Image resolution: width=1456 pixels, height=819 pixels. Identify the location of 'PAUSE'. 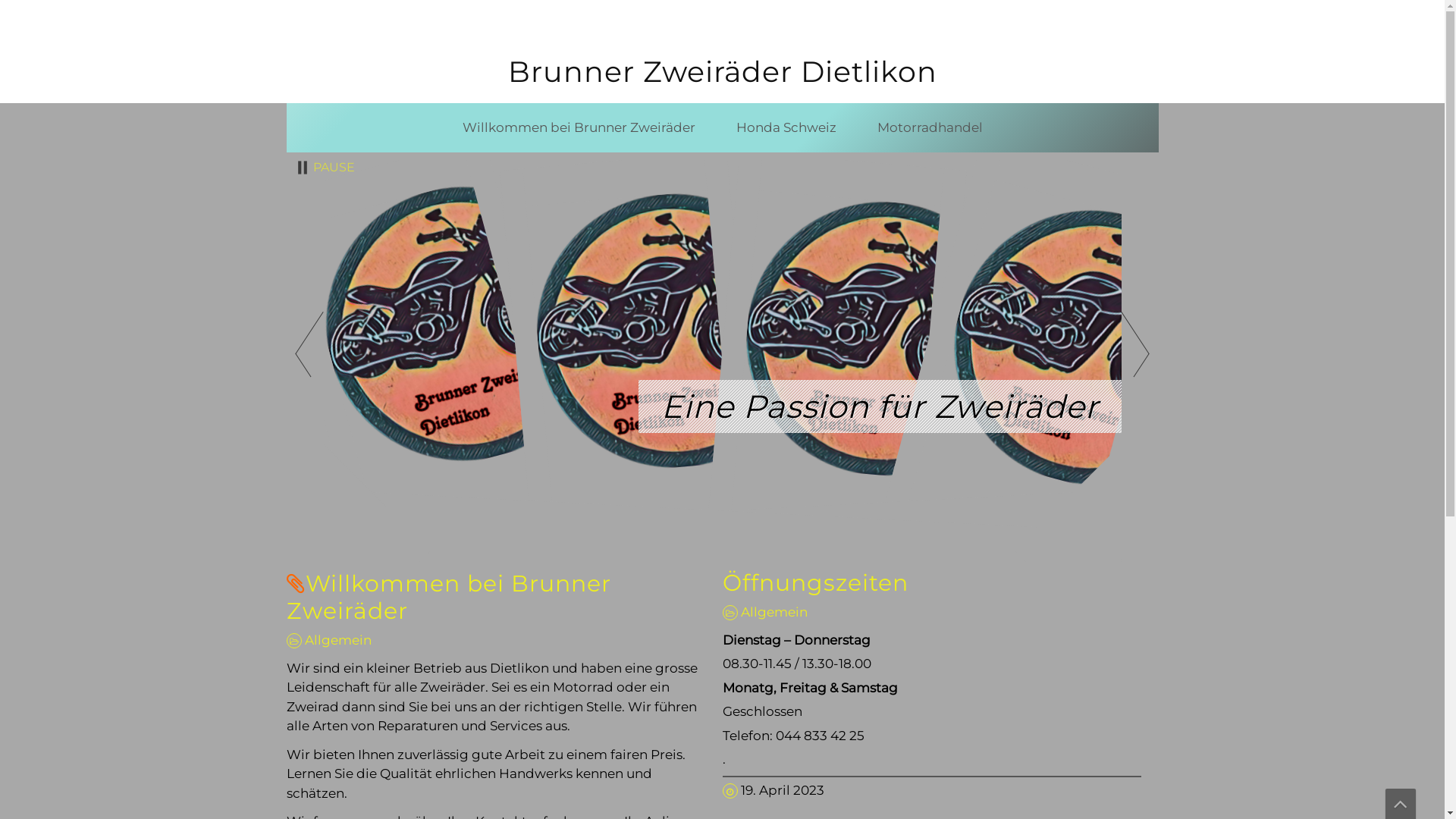
(324, 167).